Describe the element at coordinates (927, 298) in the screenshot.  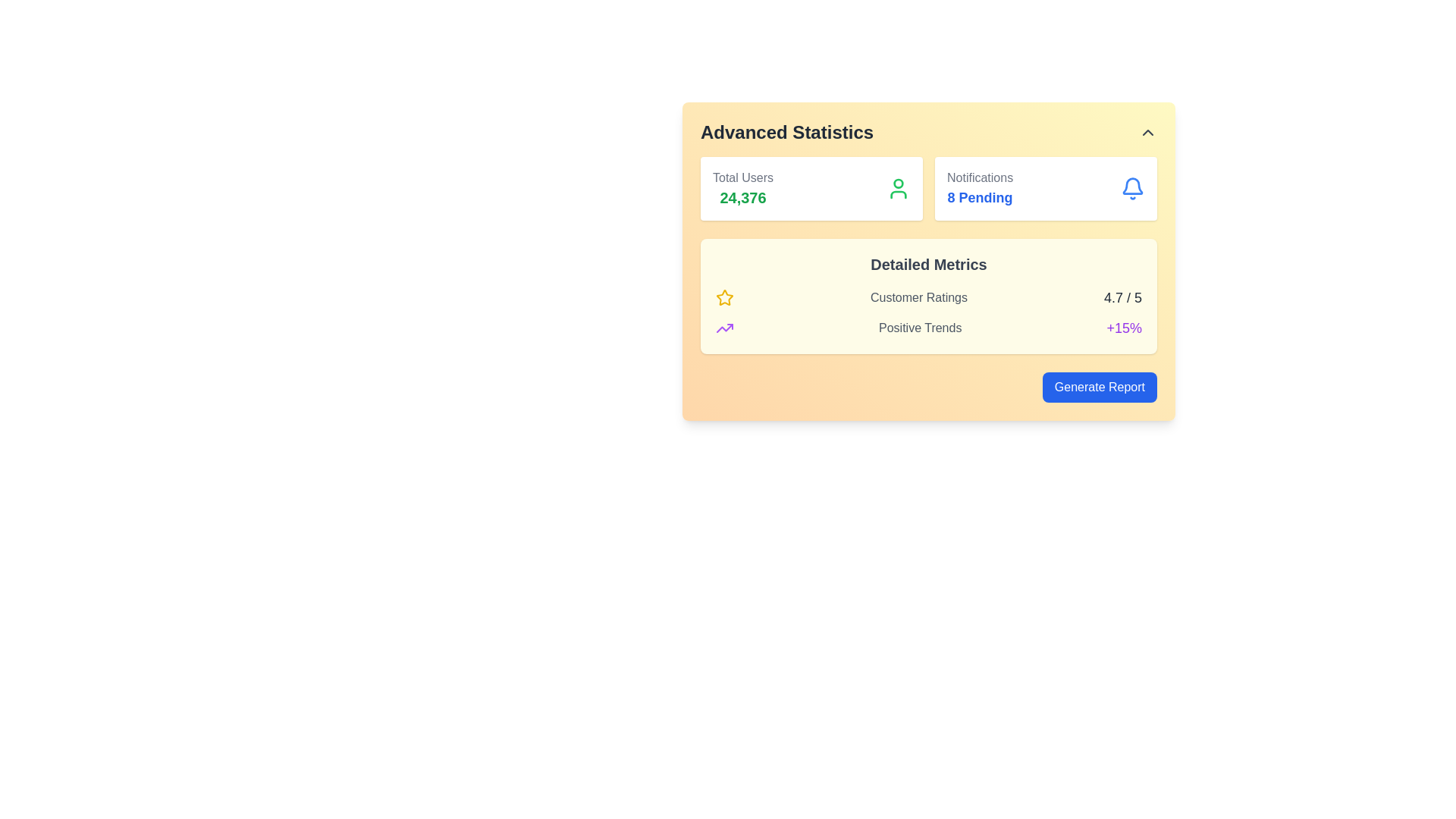
I see `the 'Customer Ratings' display component which consists of a yellow star icon, the label 'Customer Ratings', and the rating value '4.7 / 5', located in the 'Detailed Metrics' section above 'Positive Trends'` at that location.